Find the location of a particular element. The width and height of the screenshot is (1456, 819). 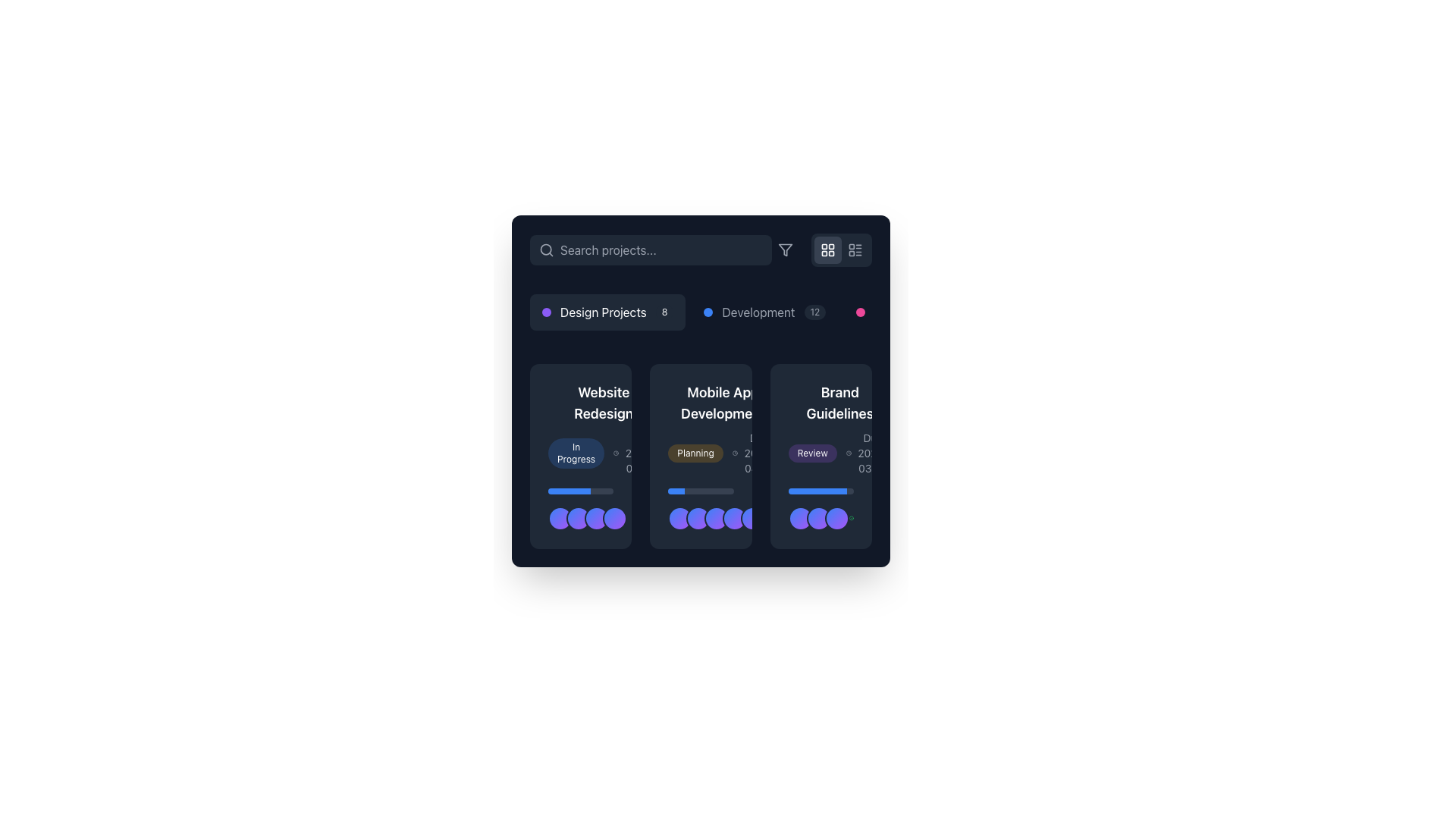

the icon-based button located at the top center of the interface, to the right of the search bar is located at coordinates (786, 249).